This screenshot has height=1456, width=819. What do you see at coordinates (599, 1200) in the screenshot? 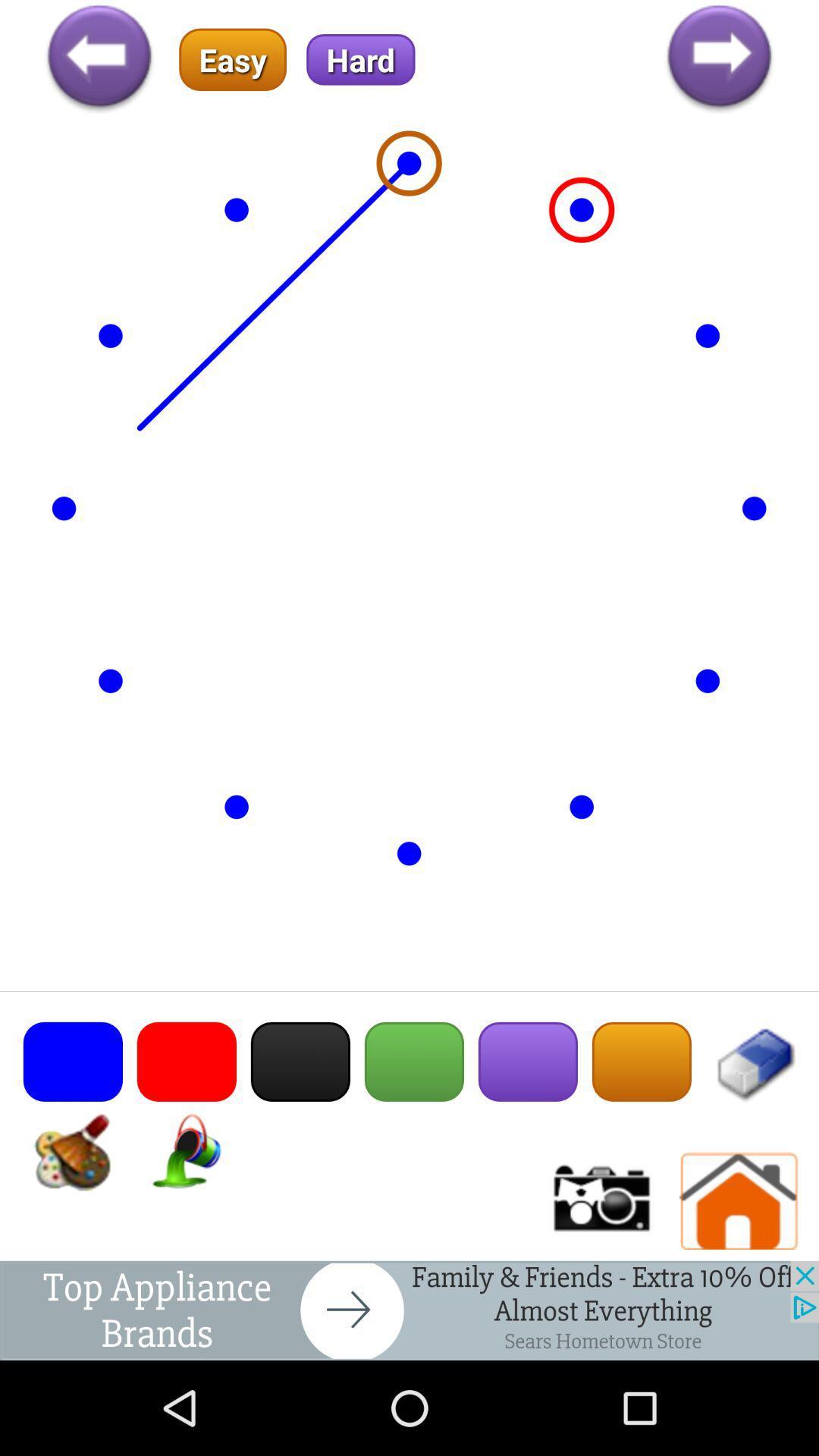
I see `camera` at bounding box center [599, 1200].